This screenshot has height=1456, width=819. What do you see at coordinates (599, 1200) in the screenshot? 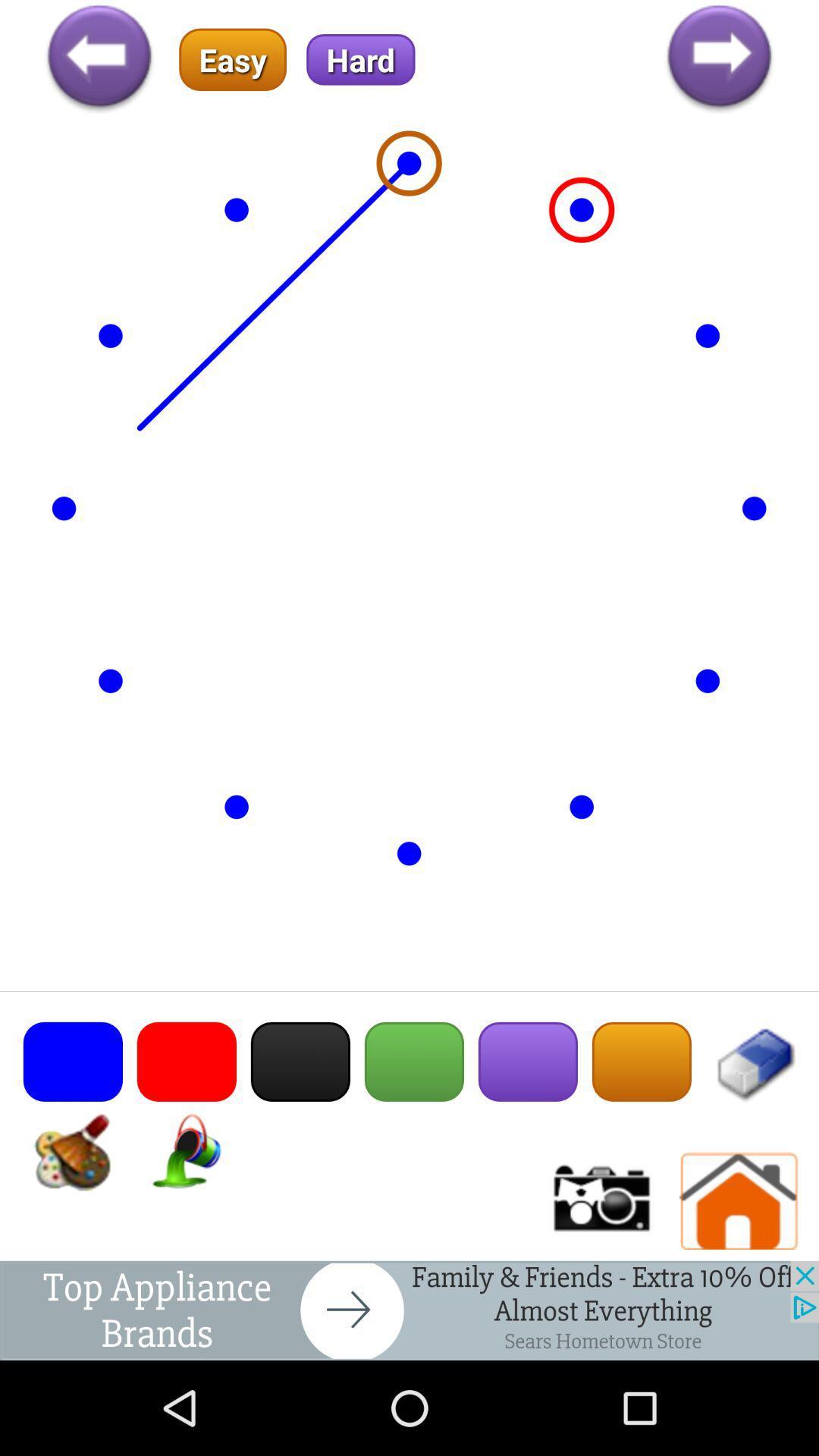
I see `camera` at bounding box center [599, 1200].